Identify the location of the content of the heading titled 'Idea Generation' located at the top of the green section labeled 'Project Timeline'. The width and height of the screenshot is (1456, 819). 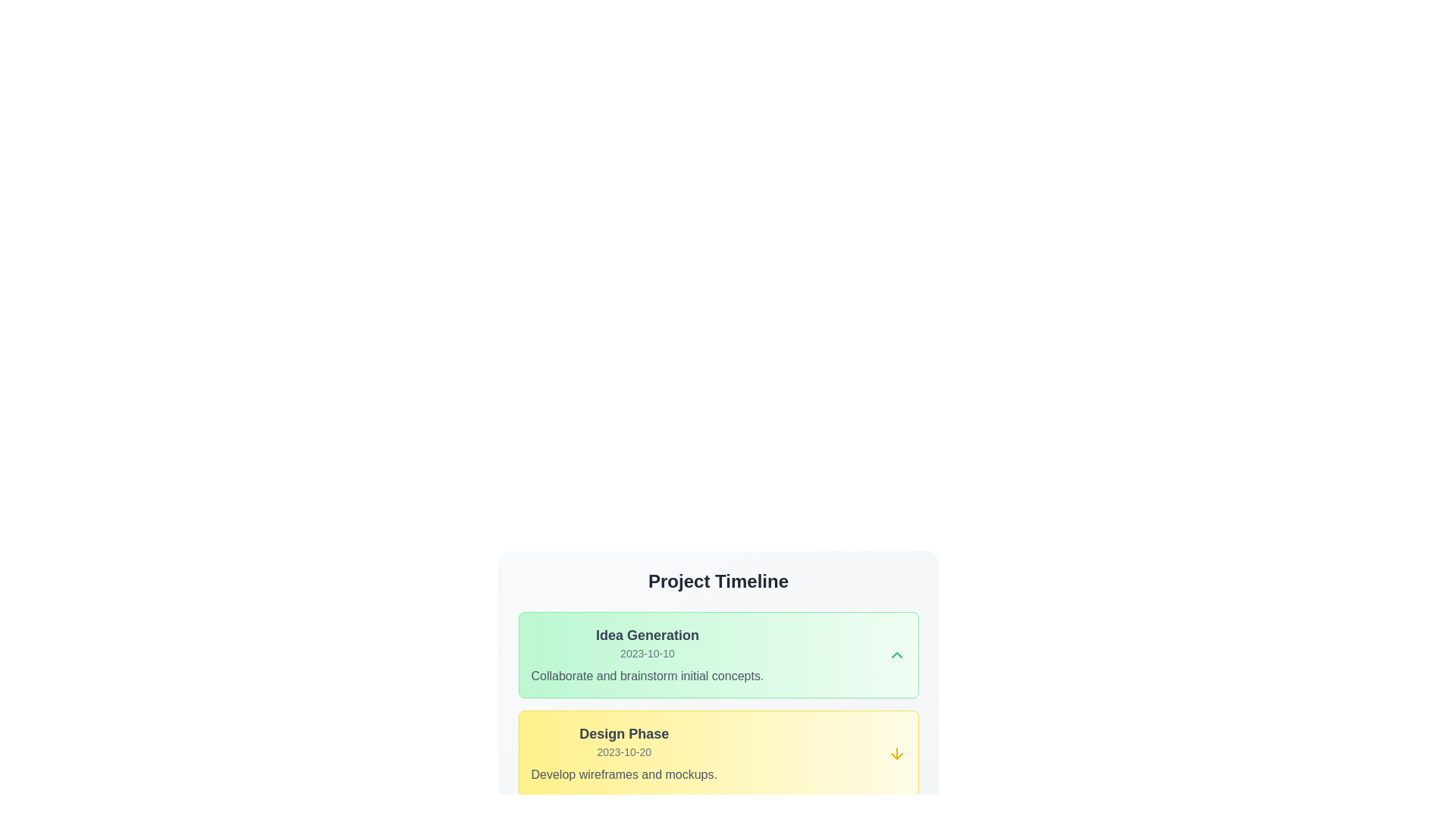
(647, 635).